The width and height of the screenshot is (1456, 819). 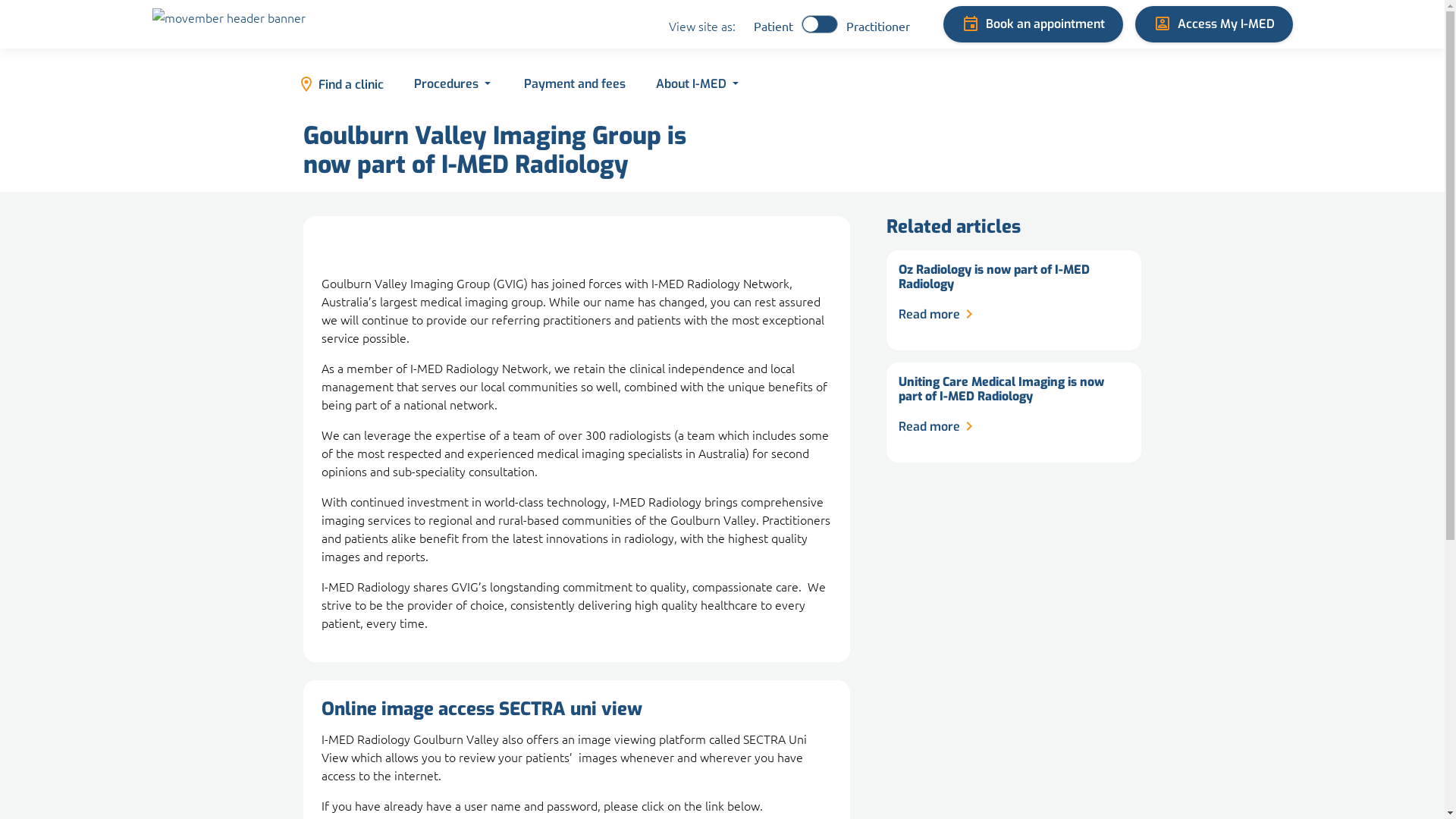 I want to click on 'Payment and fees', so click(x=508, y=84).